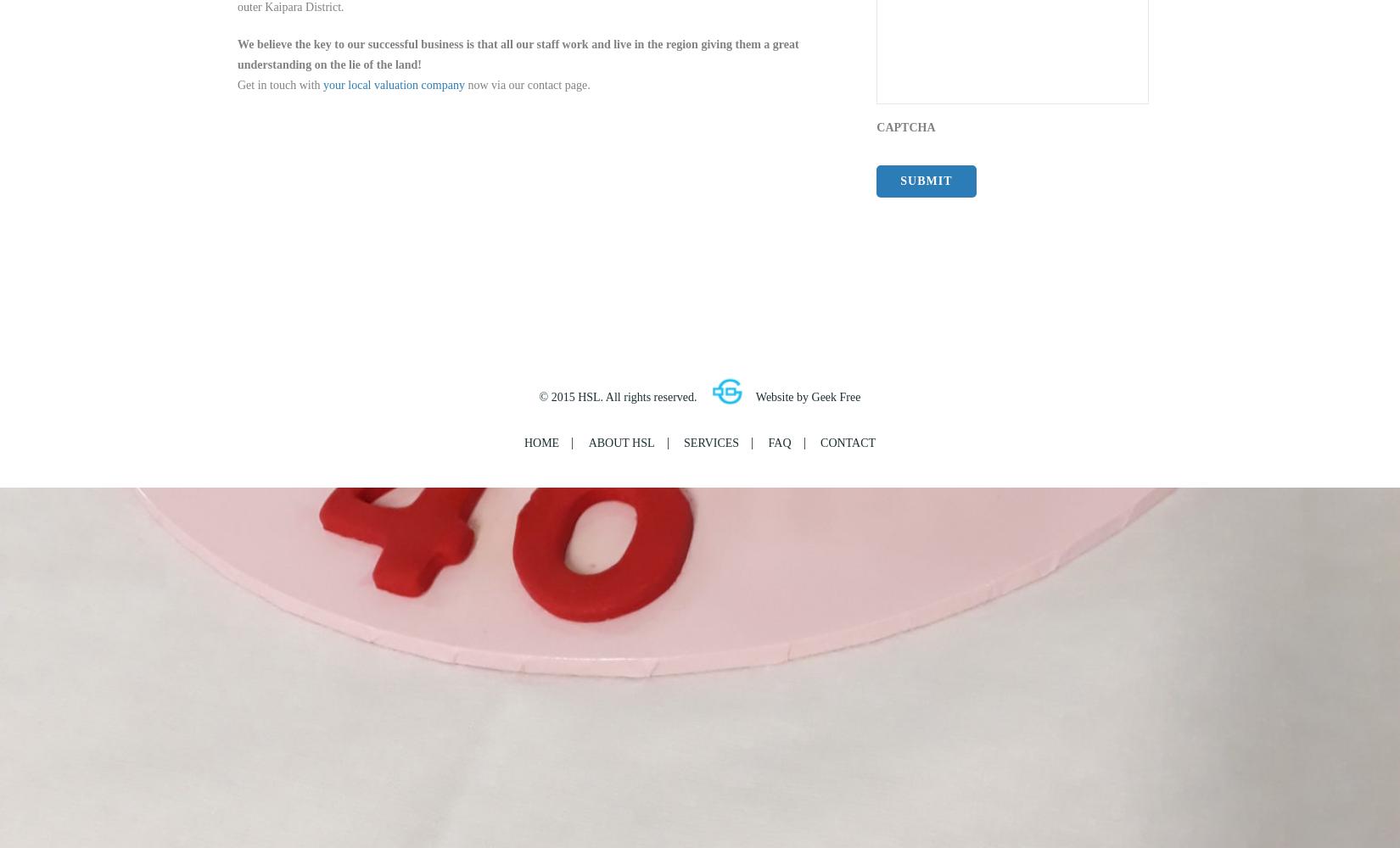 The width and height of the screenshot is (1400, 848). I want to click on 'Services', so click(711, 442).